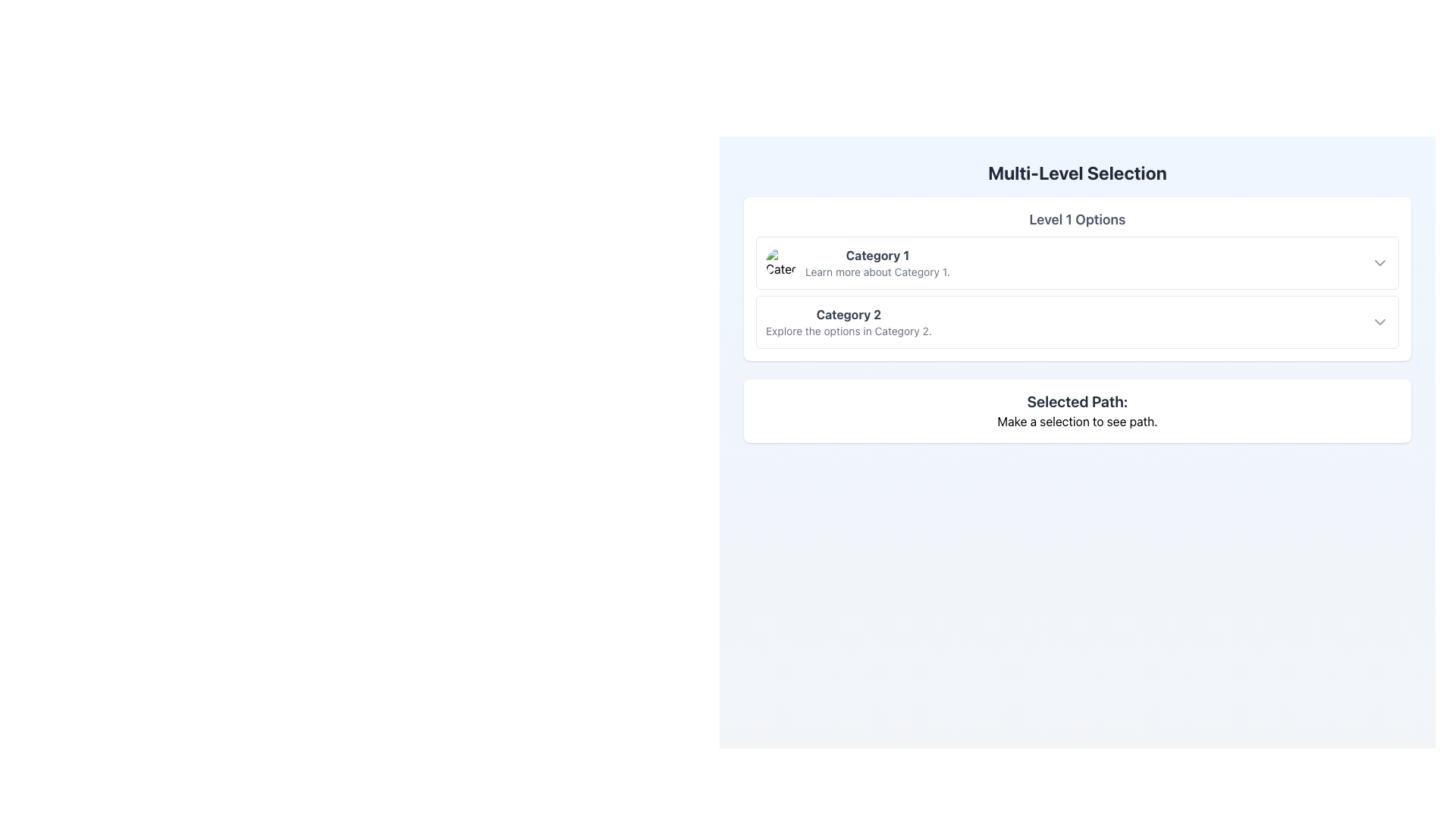 This screenshot has height=819, width=1456. What do you see at coordinates (877, 271) in the screenshot?
I see `the text label providing additional information related to 'Category 1', which is positioned directly below the 'Category 1' heading` at bounding box center [877, 271].